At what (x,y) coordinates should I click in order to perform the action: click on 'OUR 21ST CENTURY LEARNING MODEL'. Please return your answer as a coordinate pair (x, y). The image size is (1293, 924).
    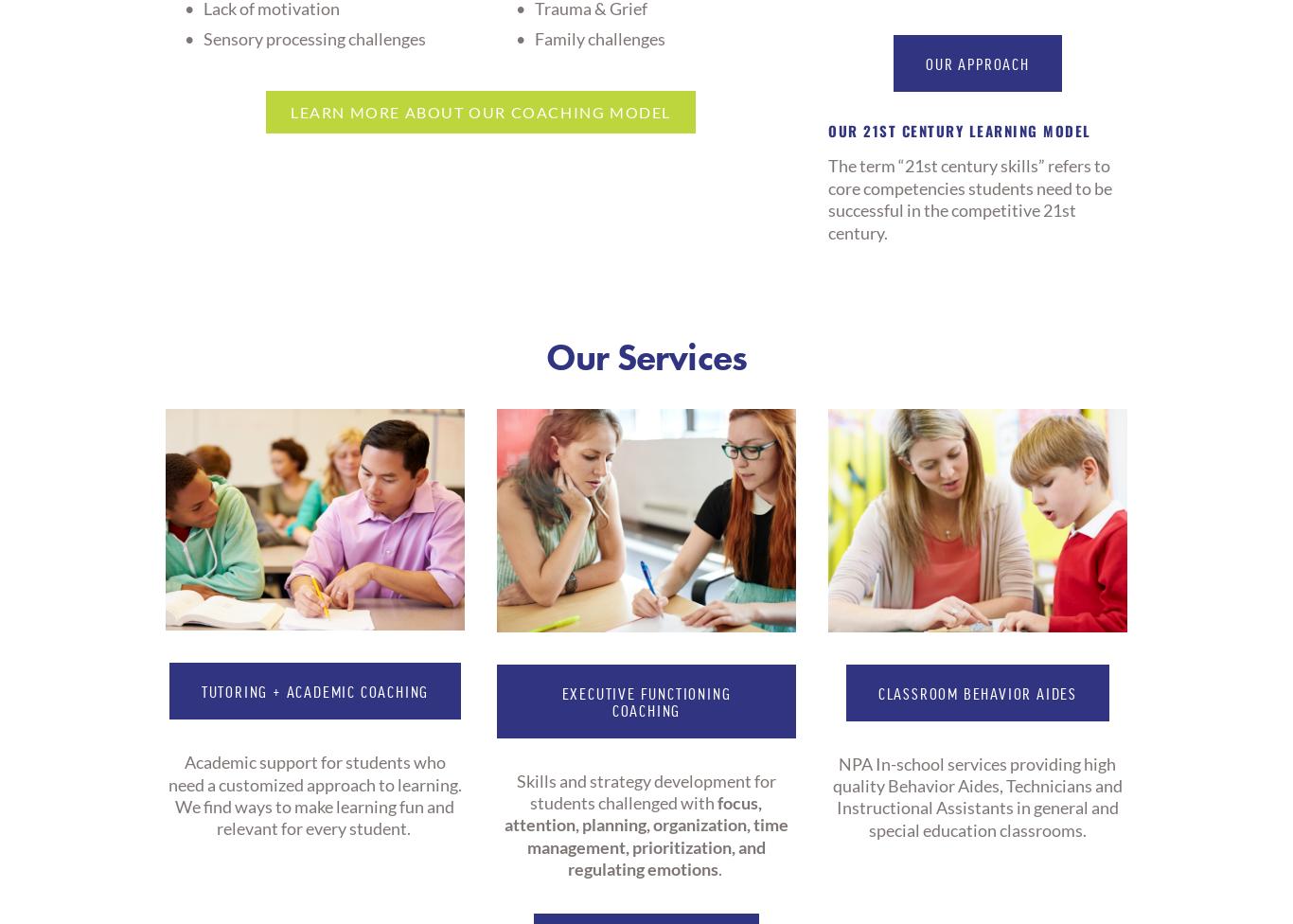
    Looking at the image, I should click on (962, 130).